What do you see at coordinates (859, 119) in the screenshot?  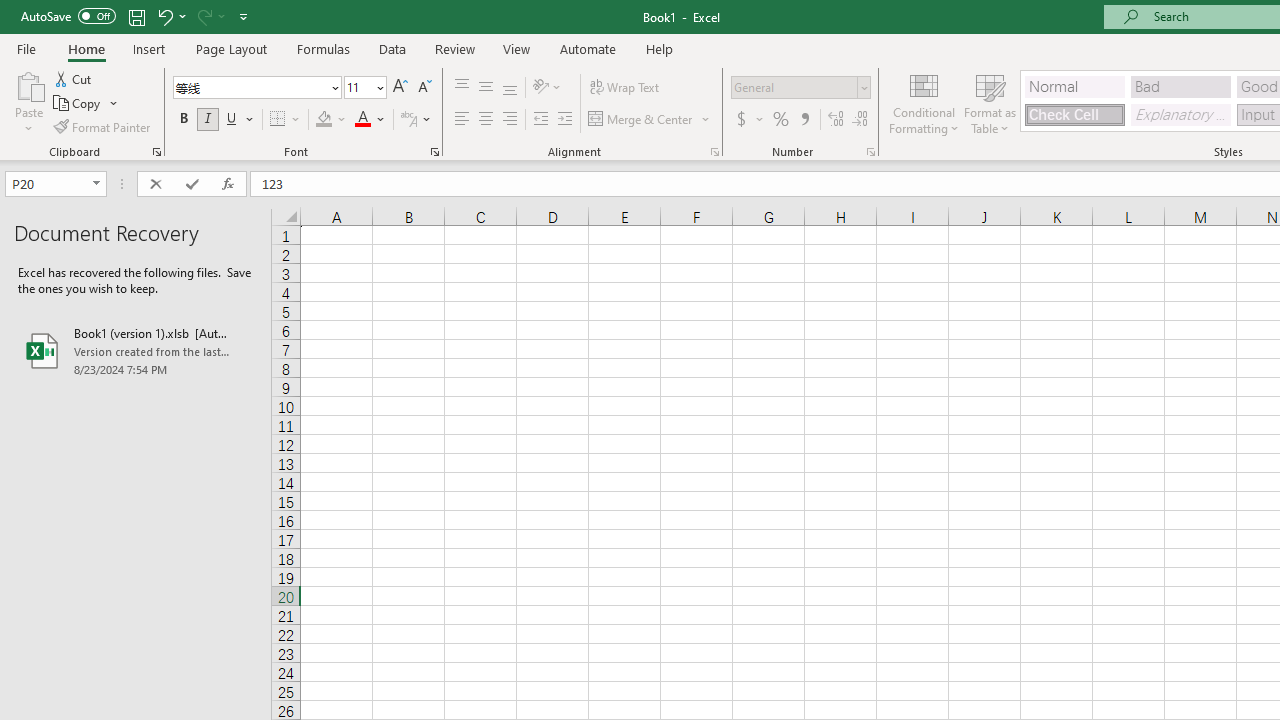 I see `'Decrease Decimal'` at bounding box center [859, 119].